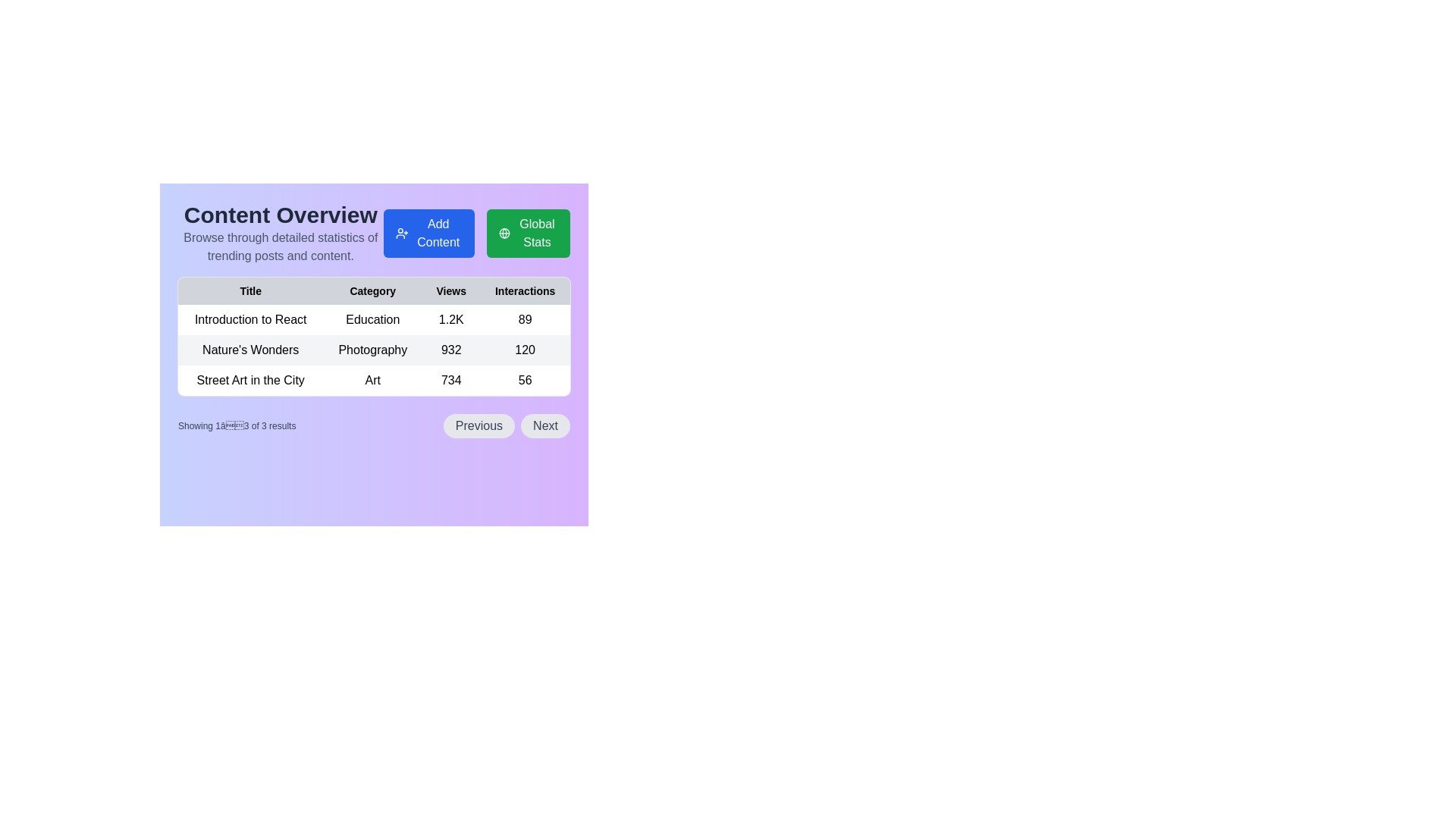 Image resolution: width=1456 pixels, height=819 pixels. What do you see at coordinates (374, 426) in the screenshot?
I see `the 'Previous' button of the pagination controls located below the content table` at bounding box center [374, 426].